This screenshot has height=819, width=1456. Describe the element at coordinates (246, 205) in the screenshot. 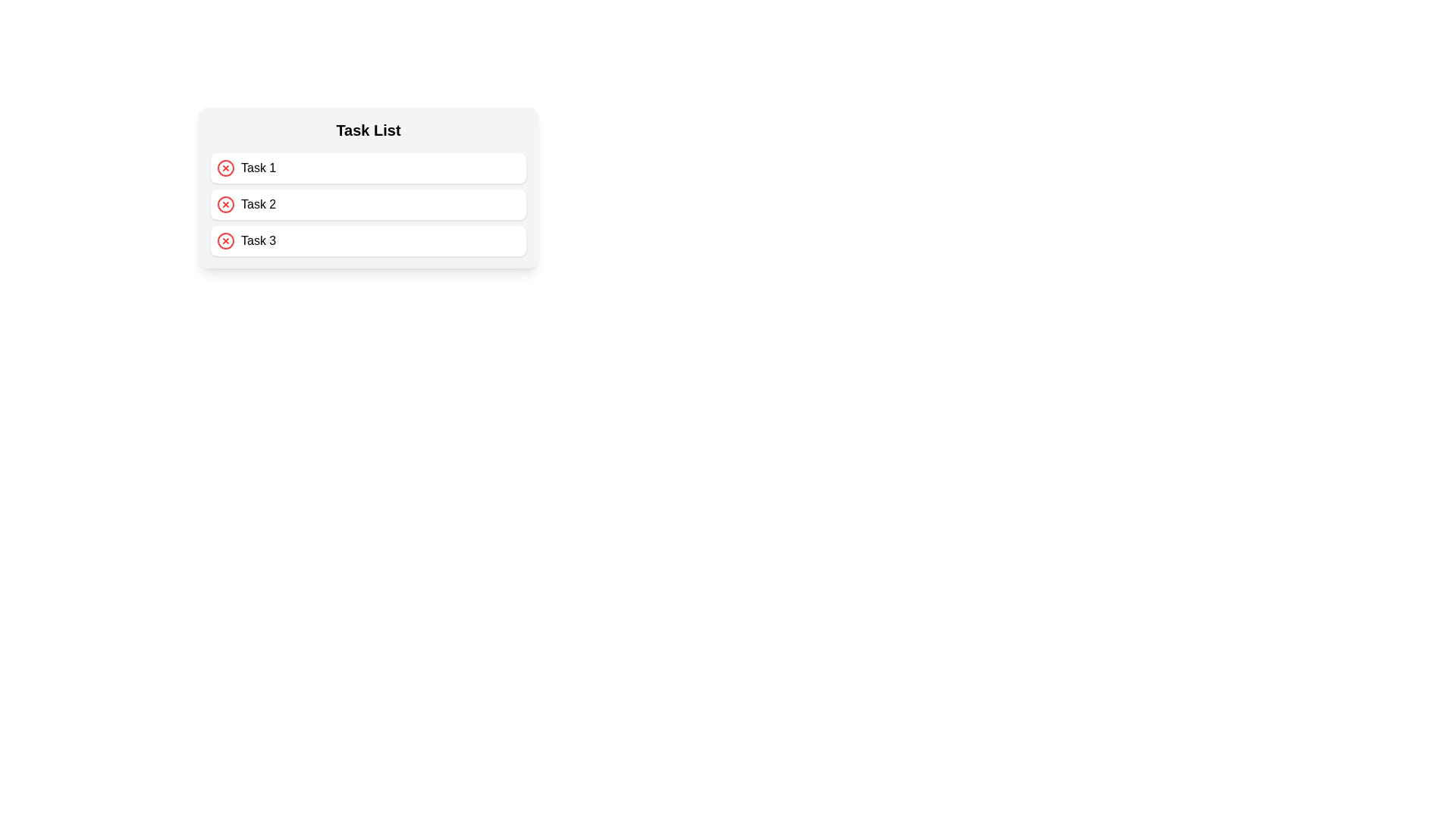

I see `on the 'Task 2' element in the task list` at that location.